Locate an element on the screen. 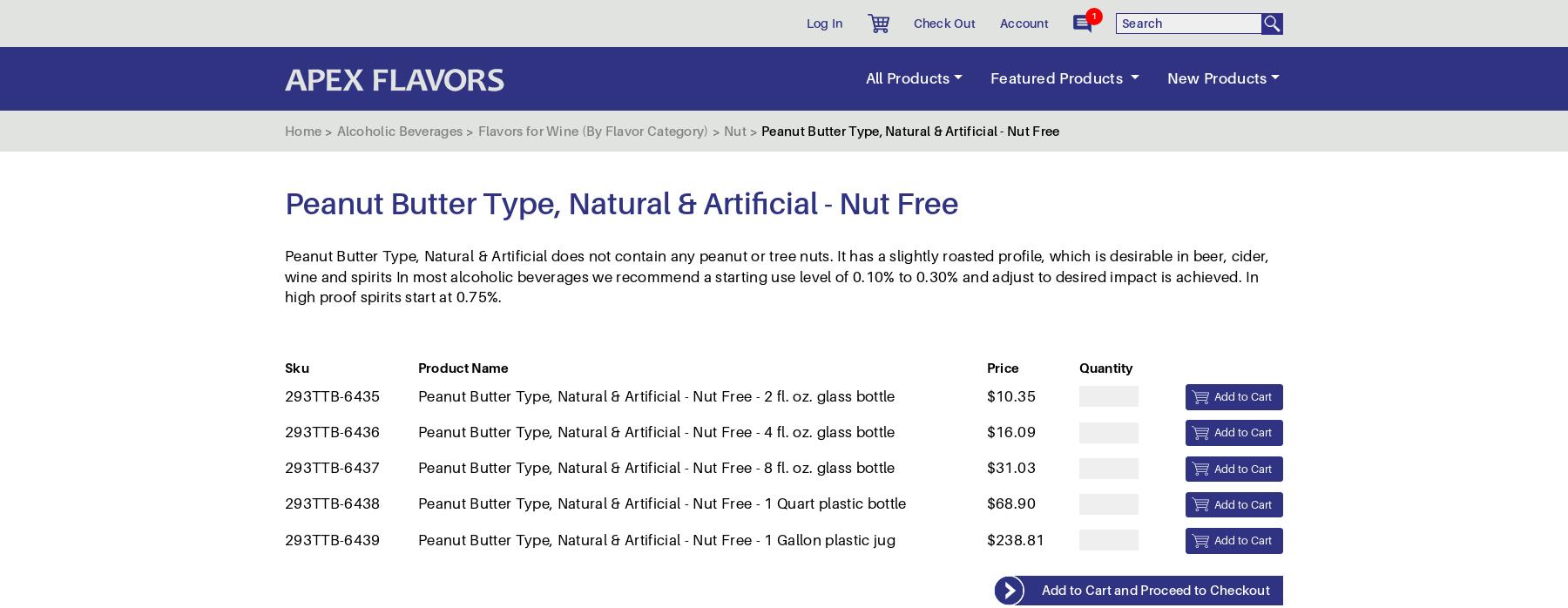 This screenshot has width=1568, height=608. 'Information for E-Cigarette and Non Food & Drink Buyers' is located at coordinates (466, 469).